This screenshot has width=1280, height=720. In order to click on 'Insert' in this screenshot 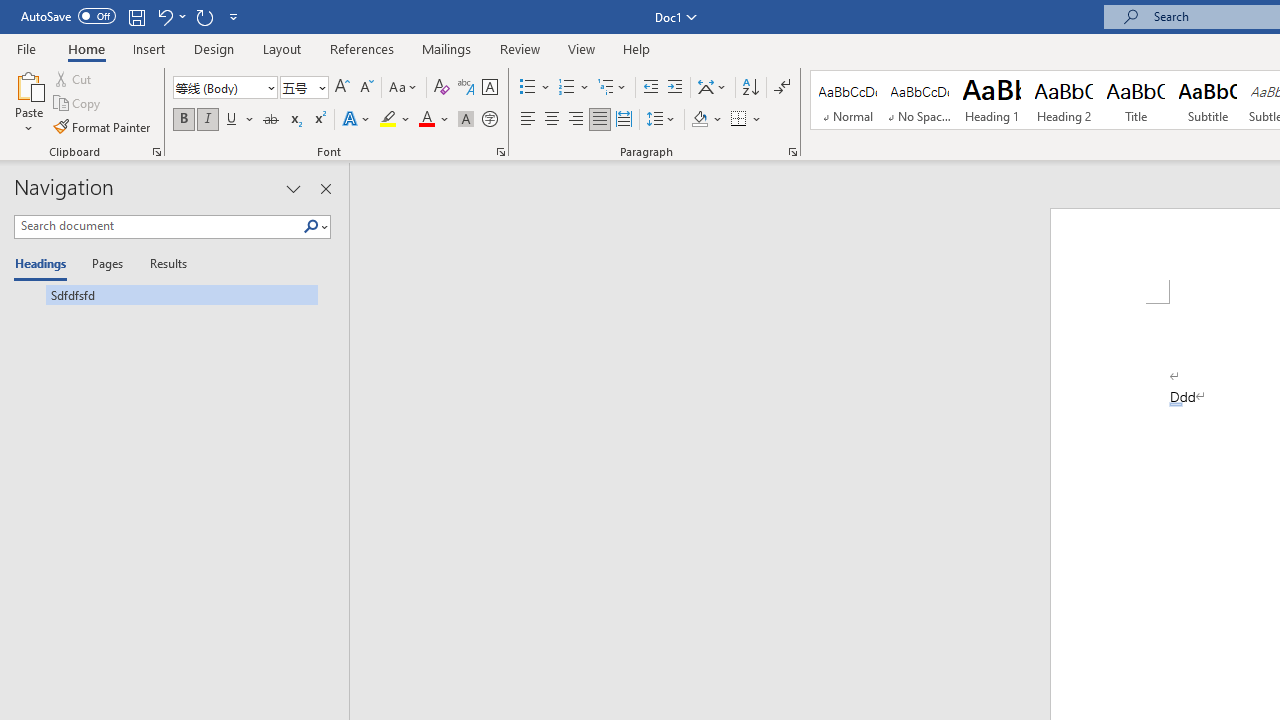, I will do `click(148, 48)`.